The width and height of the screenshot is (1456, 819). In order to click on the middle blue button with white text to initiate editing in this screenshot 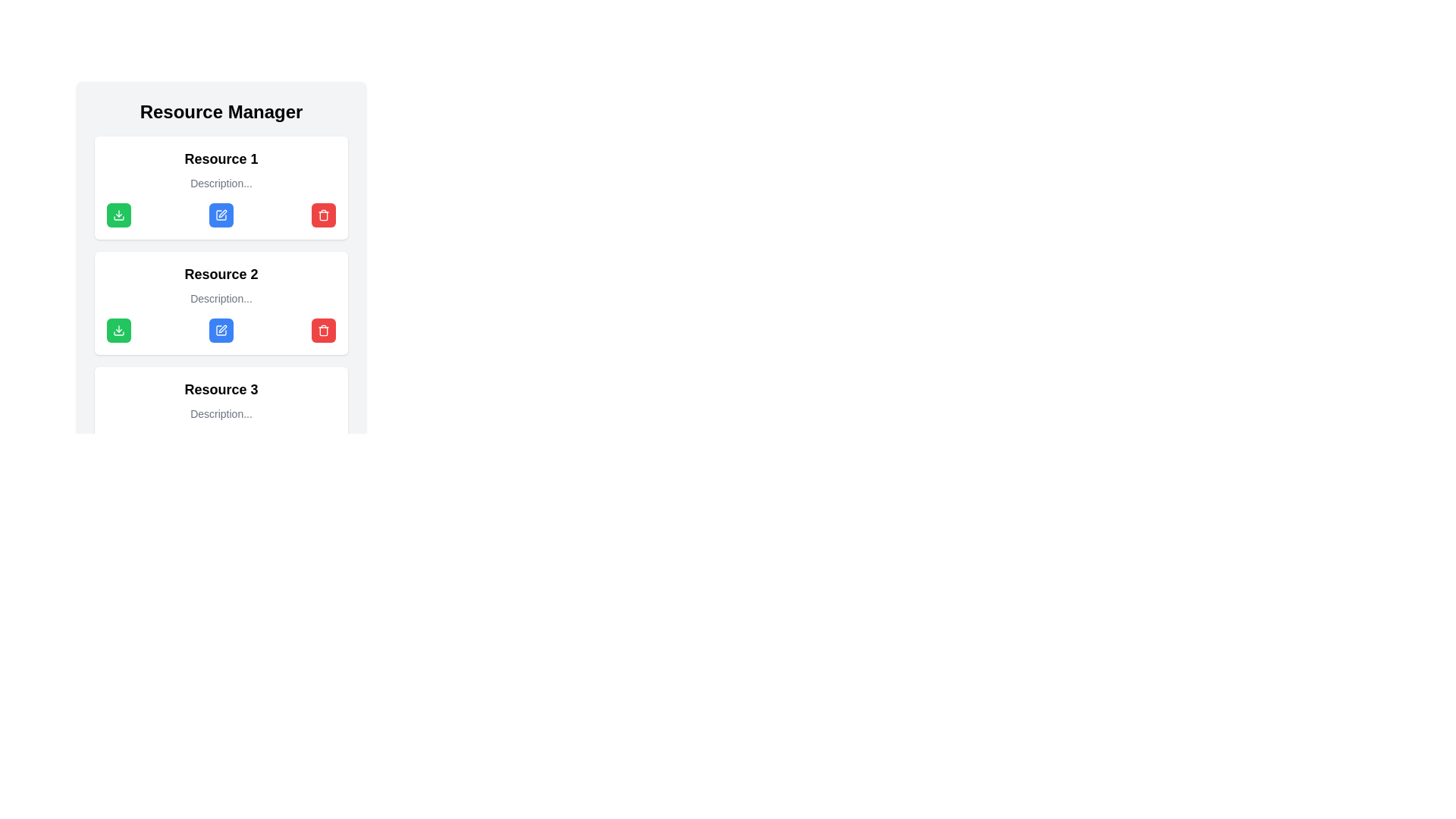, I will do `click(221, 215)`.